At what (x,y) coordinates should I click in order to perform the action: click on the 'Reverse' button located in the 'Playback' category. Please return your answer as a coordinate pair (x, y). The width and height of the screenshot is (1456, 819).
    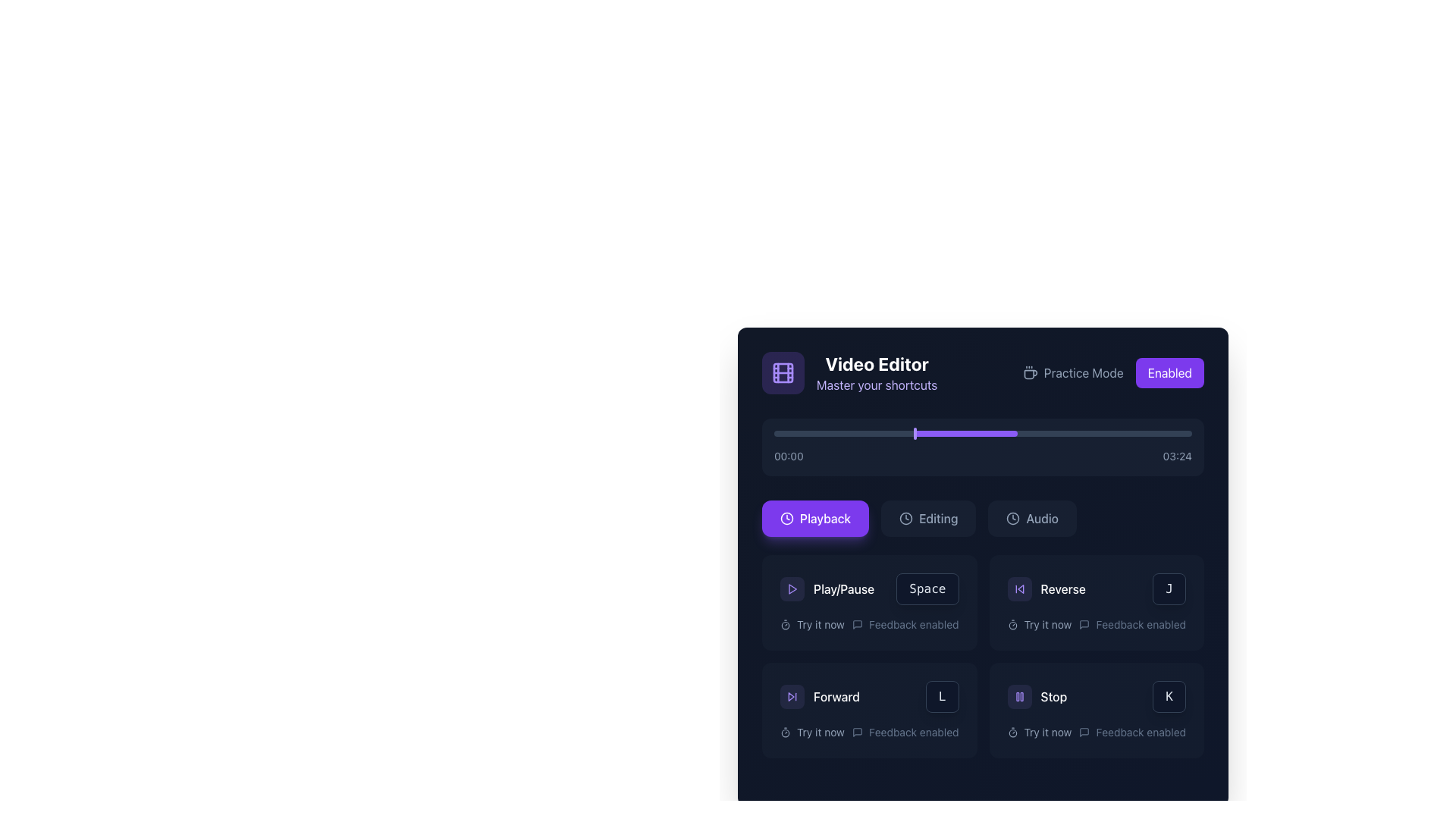
    Looking at the image, I should click on (1019, 588).